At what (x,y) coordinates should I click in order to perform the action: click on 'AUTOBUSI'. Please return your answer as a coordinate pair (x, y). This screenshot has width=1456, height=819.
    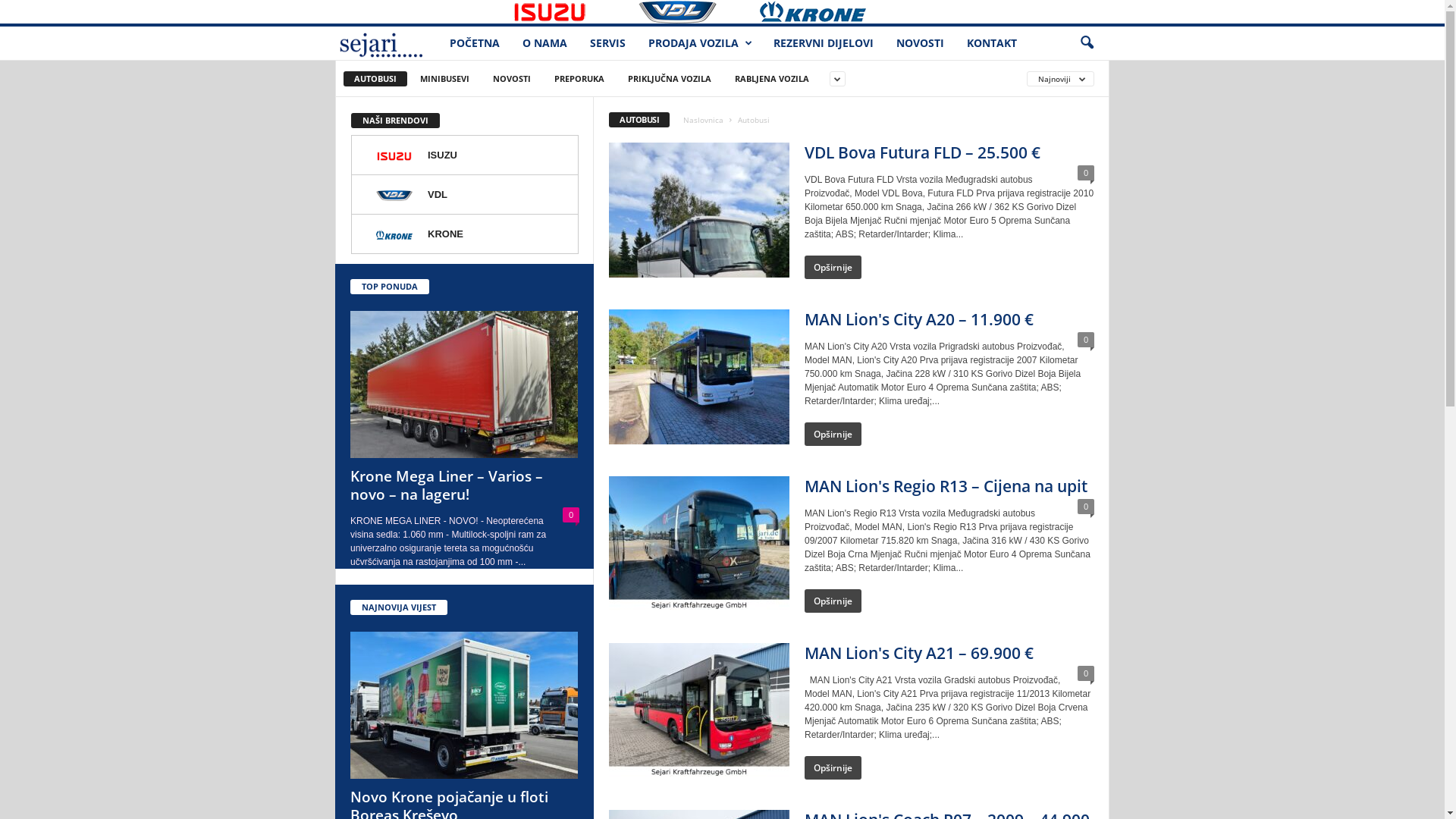
    Looking at the image, I should click on (342, 79).